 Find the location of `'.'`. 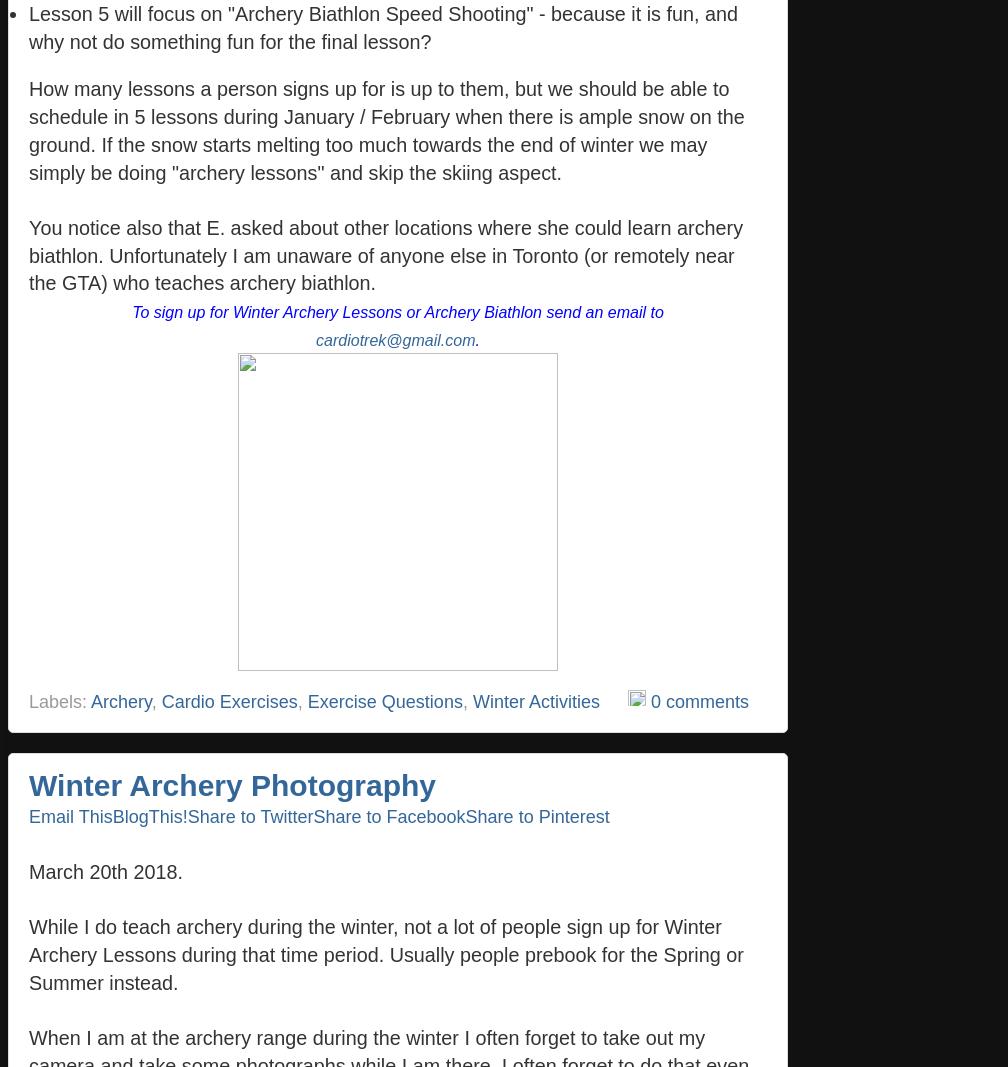

'.' is located at coordinates (476, 339).